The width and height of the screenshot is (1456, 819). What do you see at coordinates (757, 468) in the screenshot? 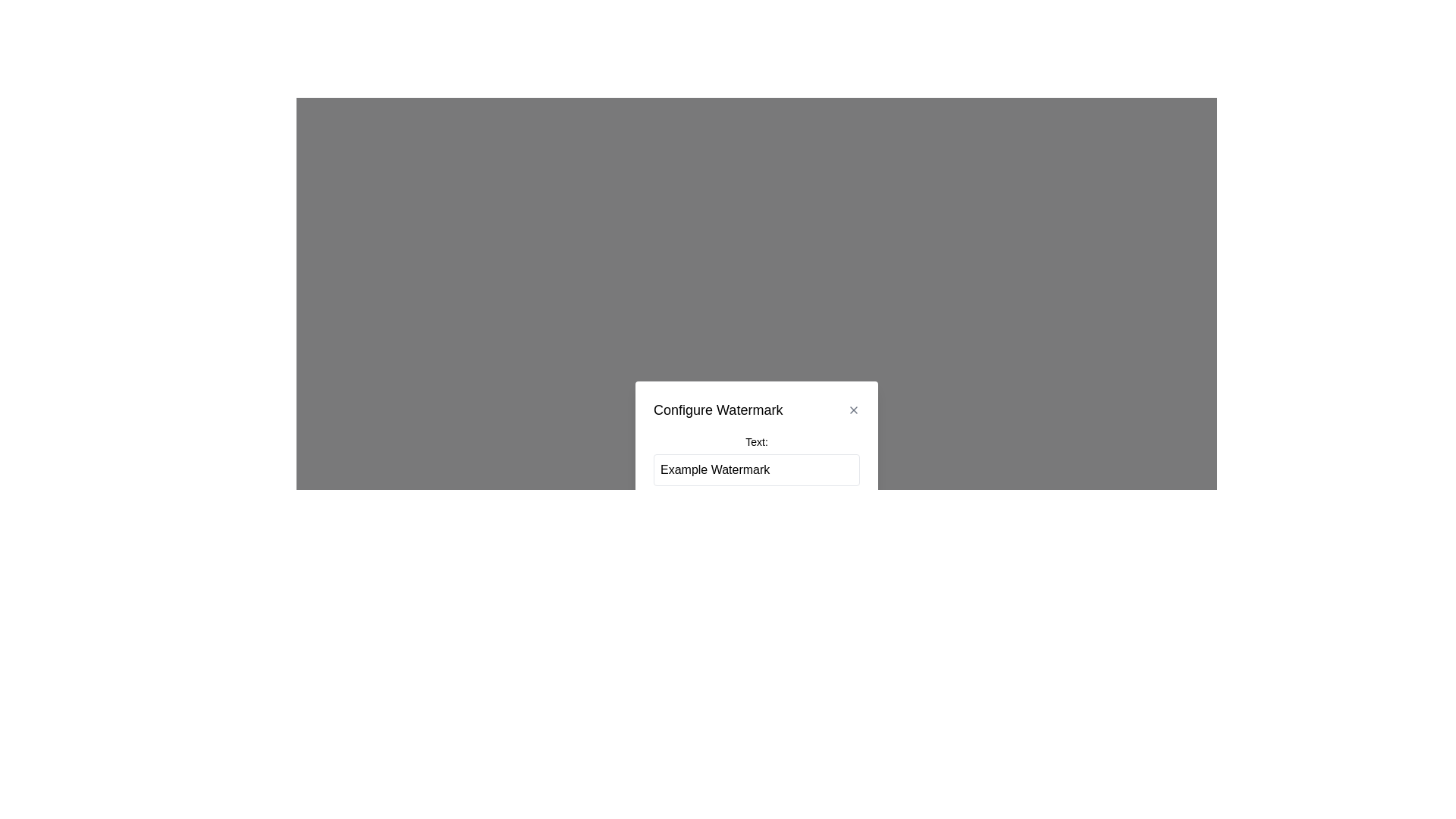
I see `the text input field located in the 'Configure Watermark' modal dialog, just after the label 'Text:', to focus and prepare for input` at bounding box center [757, 468].